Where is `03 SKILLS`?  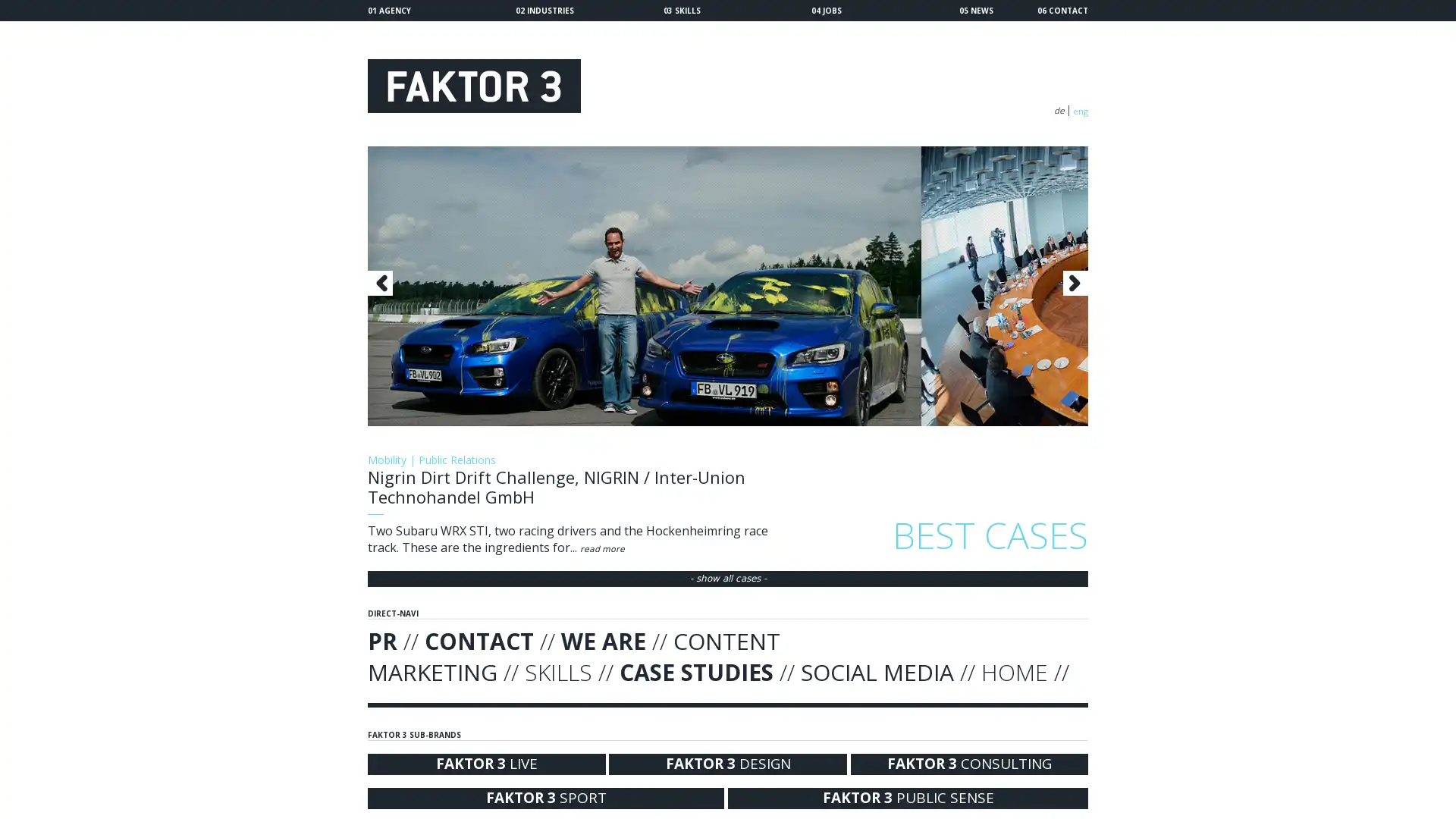 03 SKILLS is located at coordinates (681, 11).